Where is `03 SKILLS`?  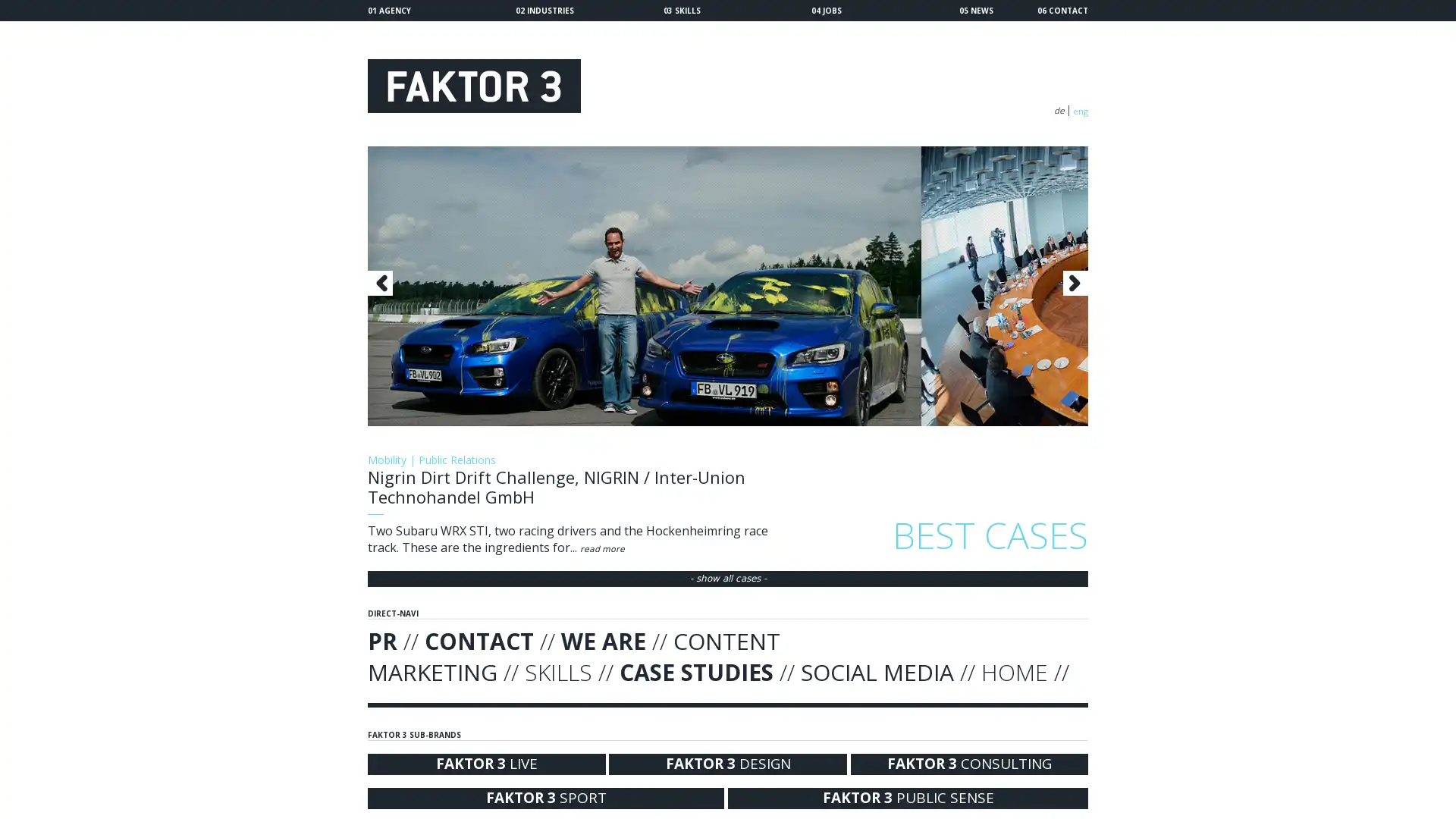 03 SKILLS is located at coordinates (681, 11).